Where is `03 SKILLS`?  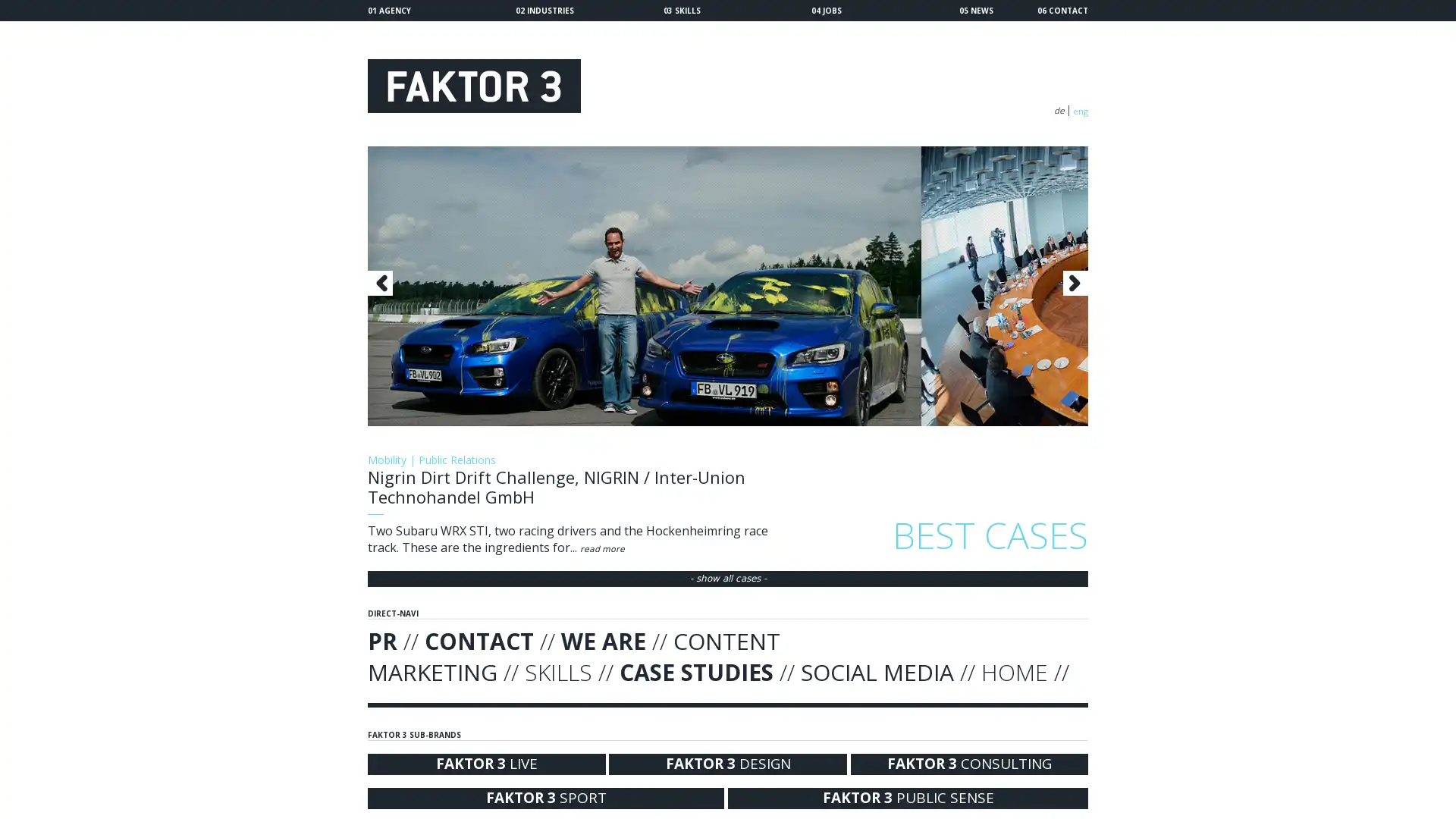 03 SKILLS is located at coordinates (681, 11).